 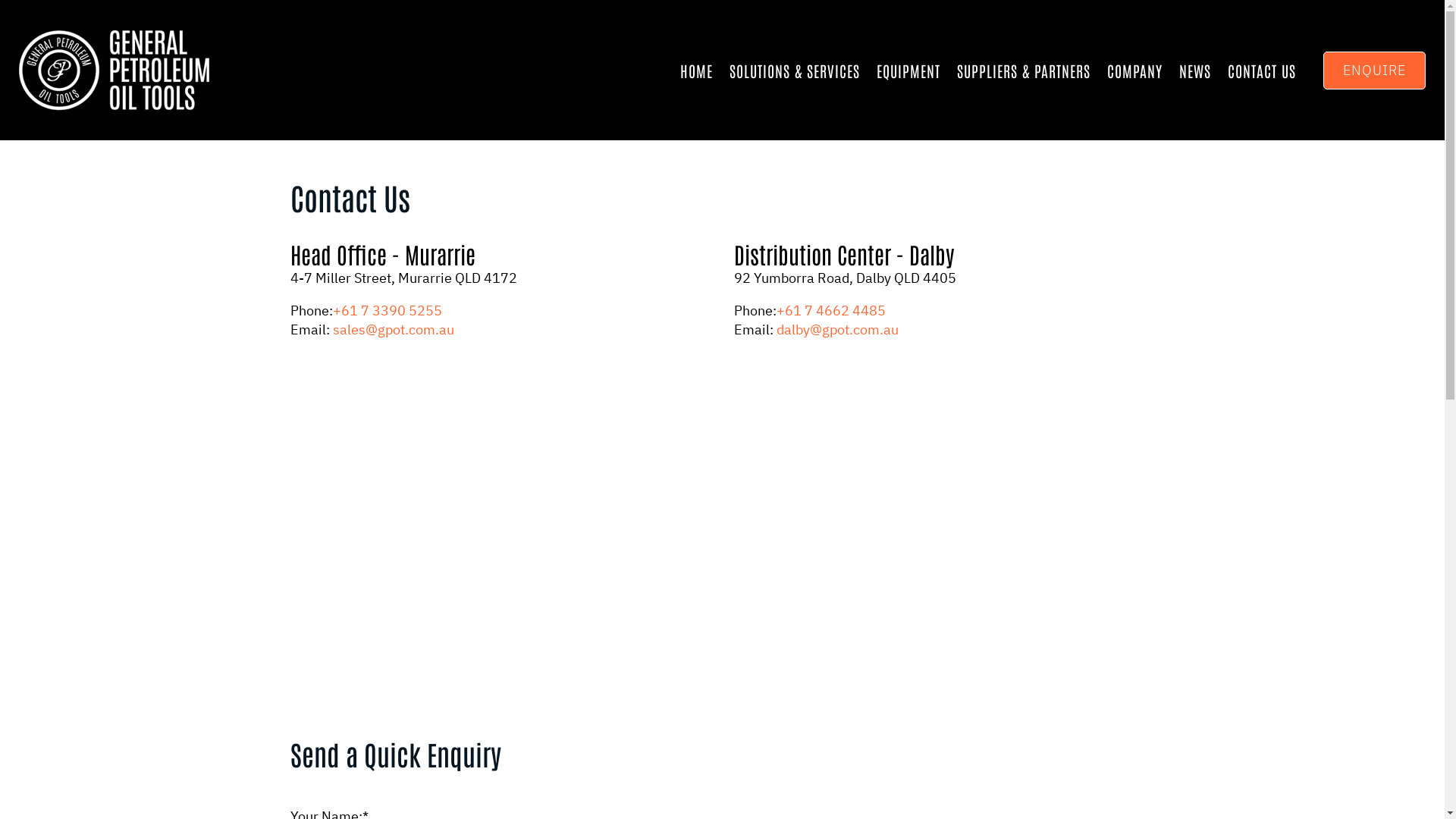 What do you see at coordinates (1134, 70) in the screenshot?
I see `'COMPANY'` at bounding box center [1134, 70].